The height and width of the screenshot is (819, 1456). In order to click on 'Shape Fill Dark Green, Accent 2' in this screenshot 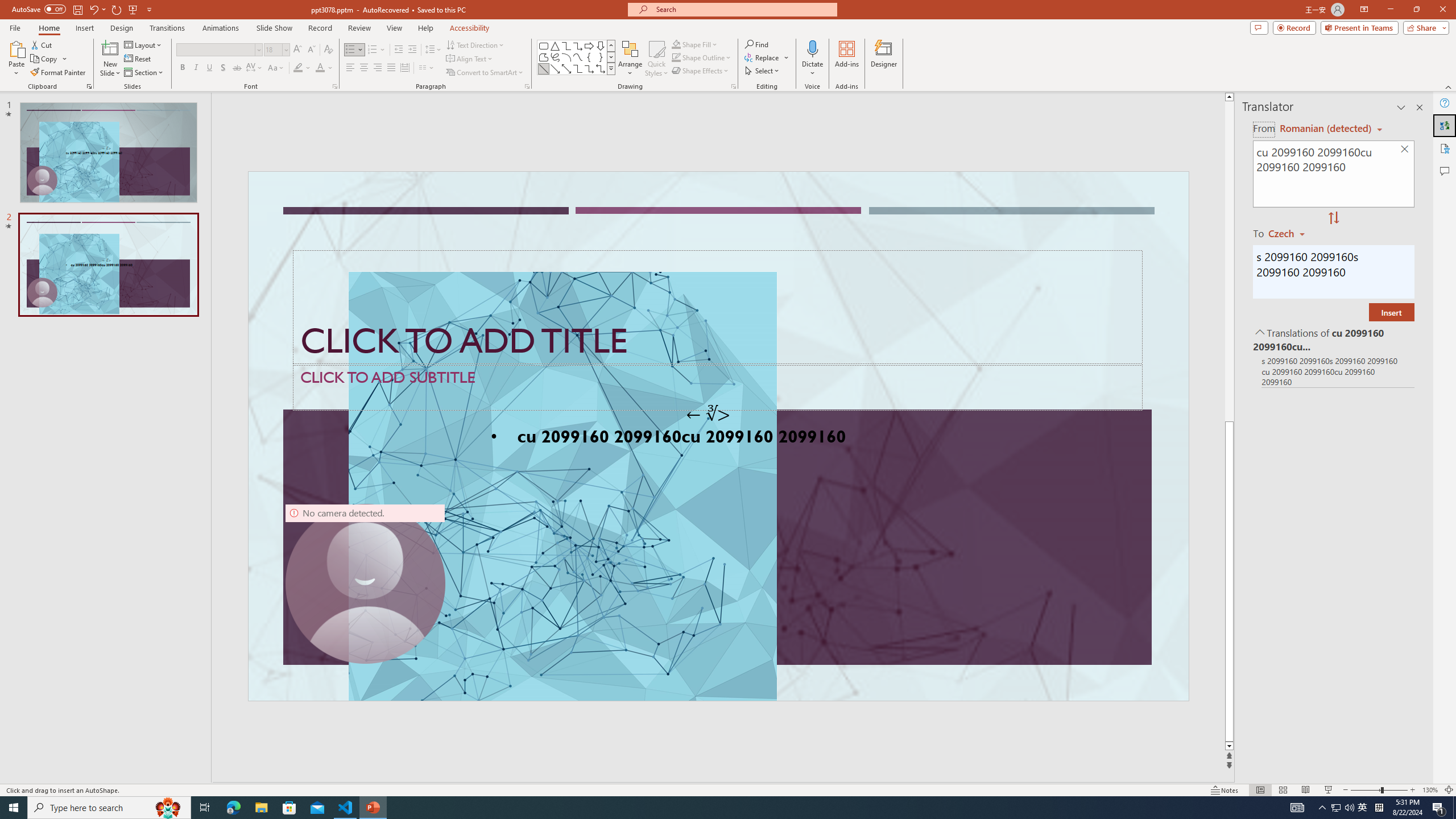, I will do `click(676, 44)`.